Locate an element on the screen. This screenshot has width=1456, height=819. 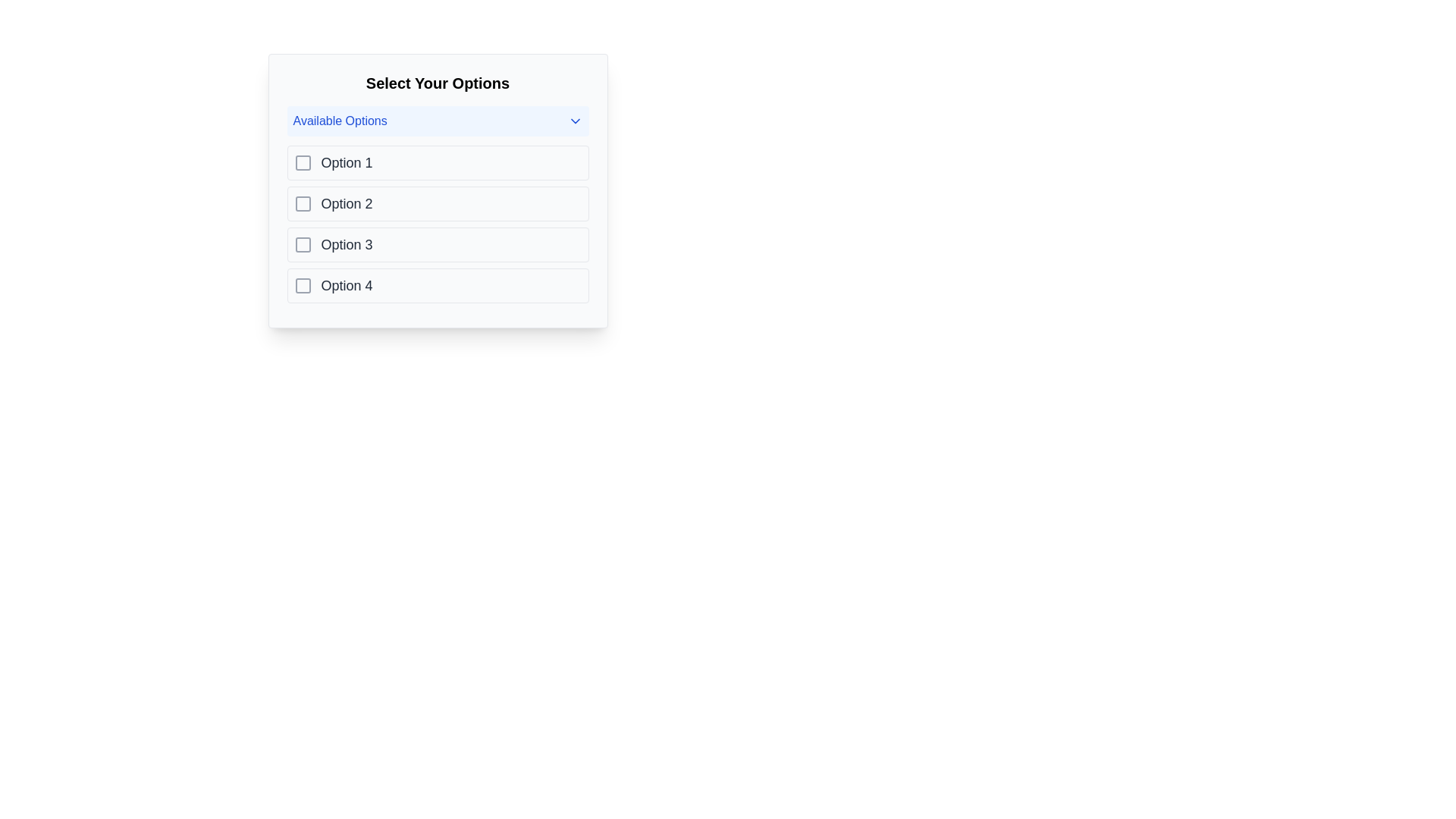
the checkbox or icon located in the leftmost position of the 'Option 3' row is located at coordinates (303, 244).